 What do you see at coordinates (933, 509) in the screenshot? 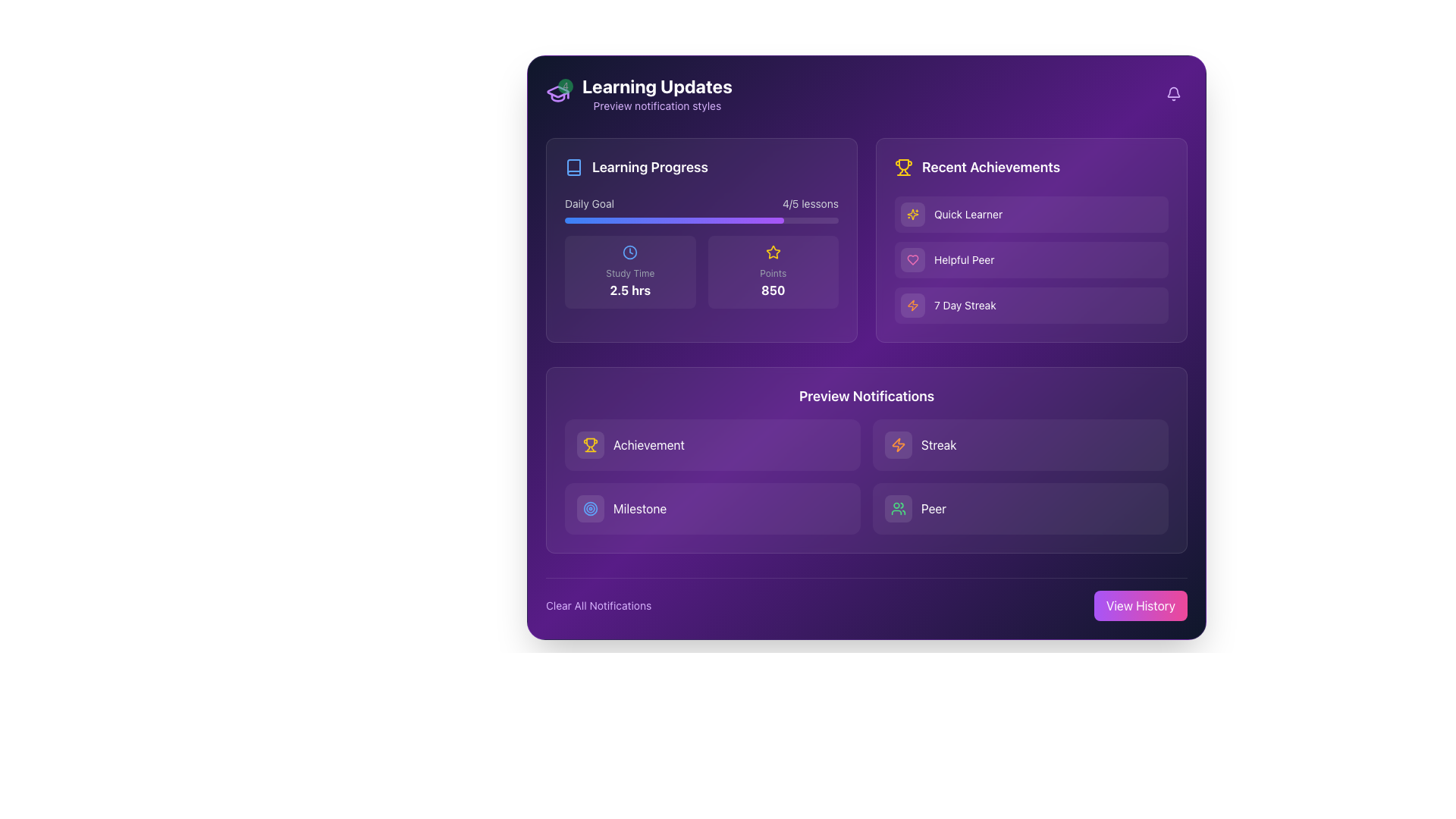
I see `the text label 'peer' located in the lower-right portion of the 'Preview Notifications' section` at bounding box center [933, 509].